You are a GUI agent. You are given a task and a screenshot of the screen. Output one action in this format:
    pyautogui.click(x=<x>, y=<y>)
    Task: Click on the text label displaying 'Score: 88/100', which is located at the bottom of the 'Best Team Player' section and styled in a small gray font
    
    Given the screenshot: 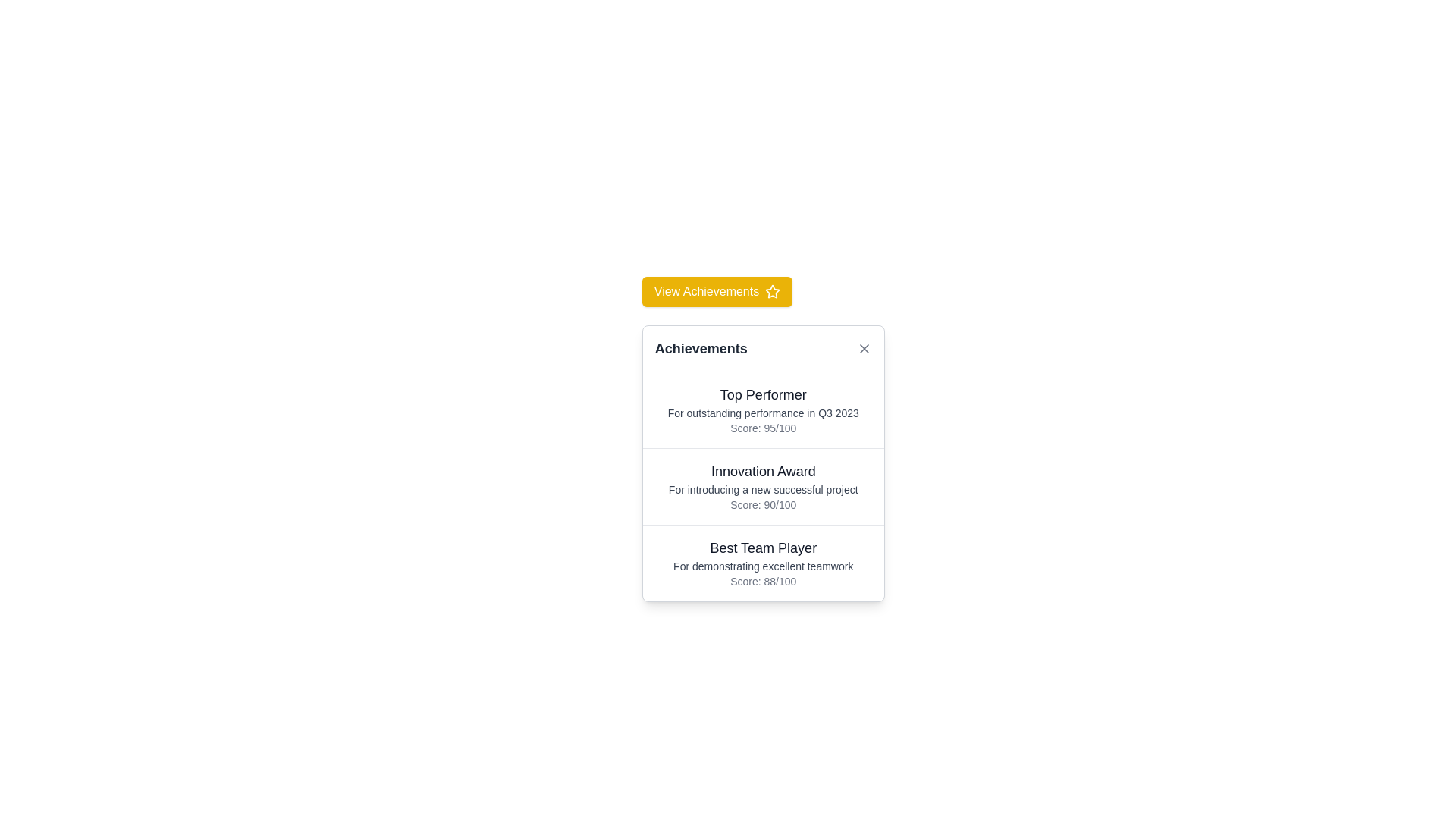 What is the action you would take?
    pyautogui.click(x=763, y=581)
    